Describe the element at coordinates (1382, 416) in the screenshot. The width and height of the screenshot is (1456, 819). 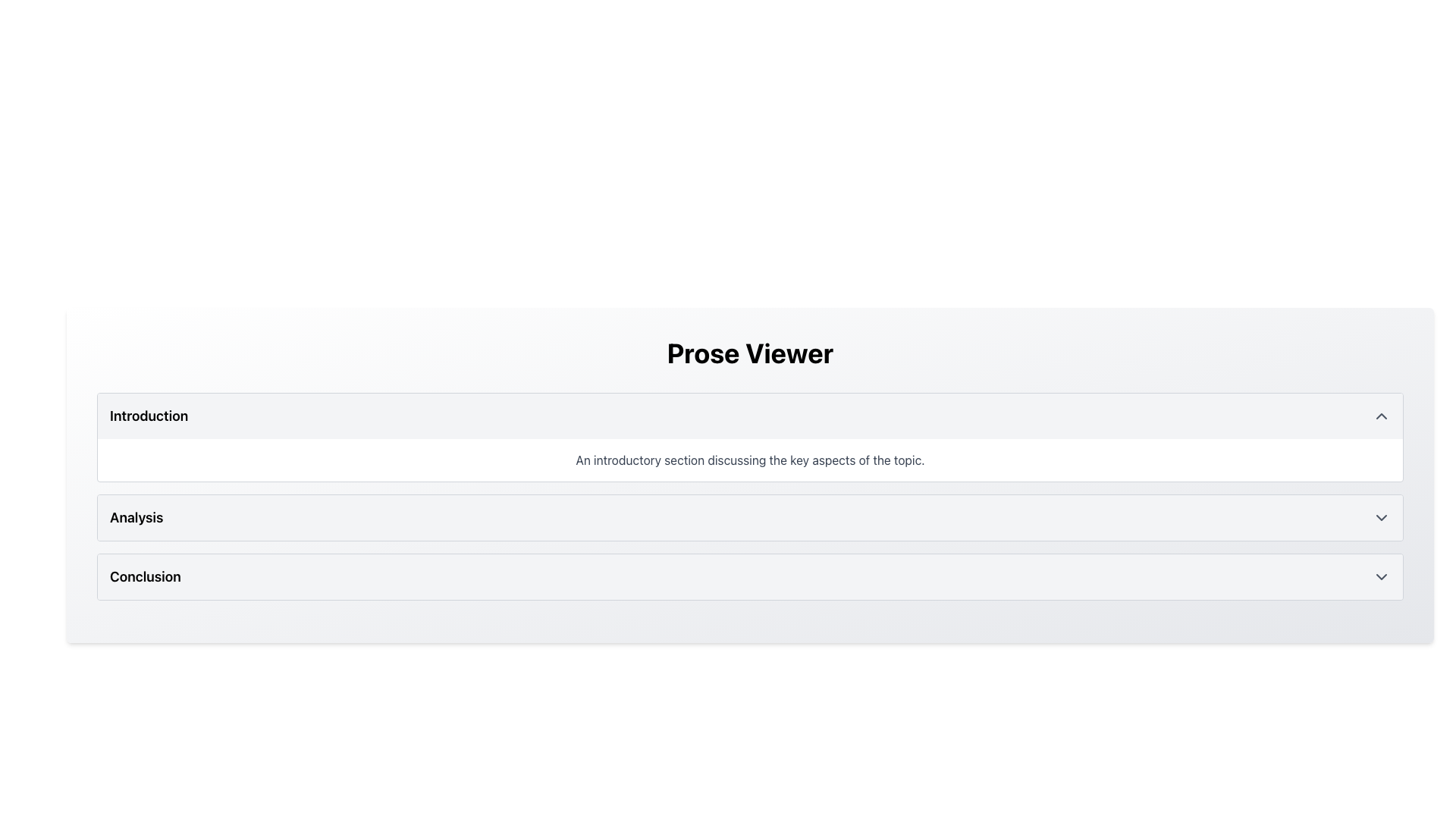
I see `the upward-facing gray chevron icon located at the far right of the row labeled 'Introduction'` at that location.